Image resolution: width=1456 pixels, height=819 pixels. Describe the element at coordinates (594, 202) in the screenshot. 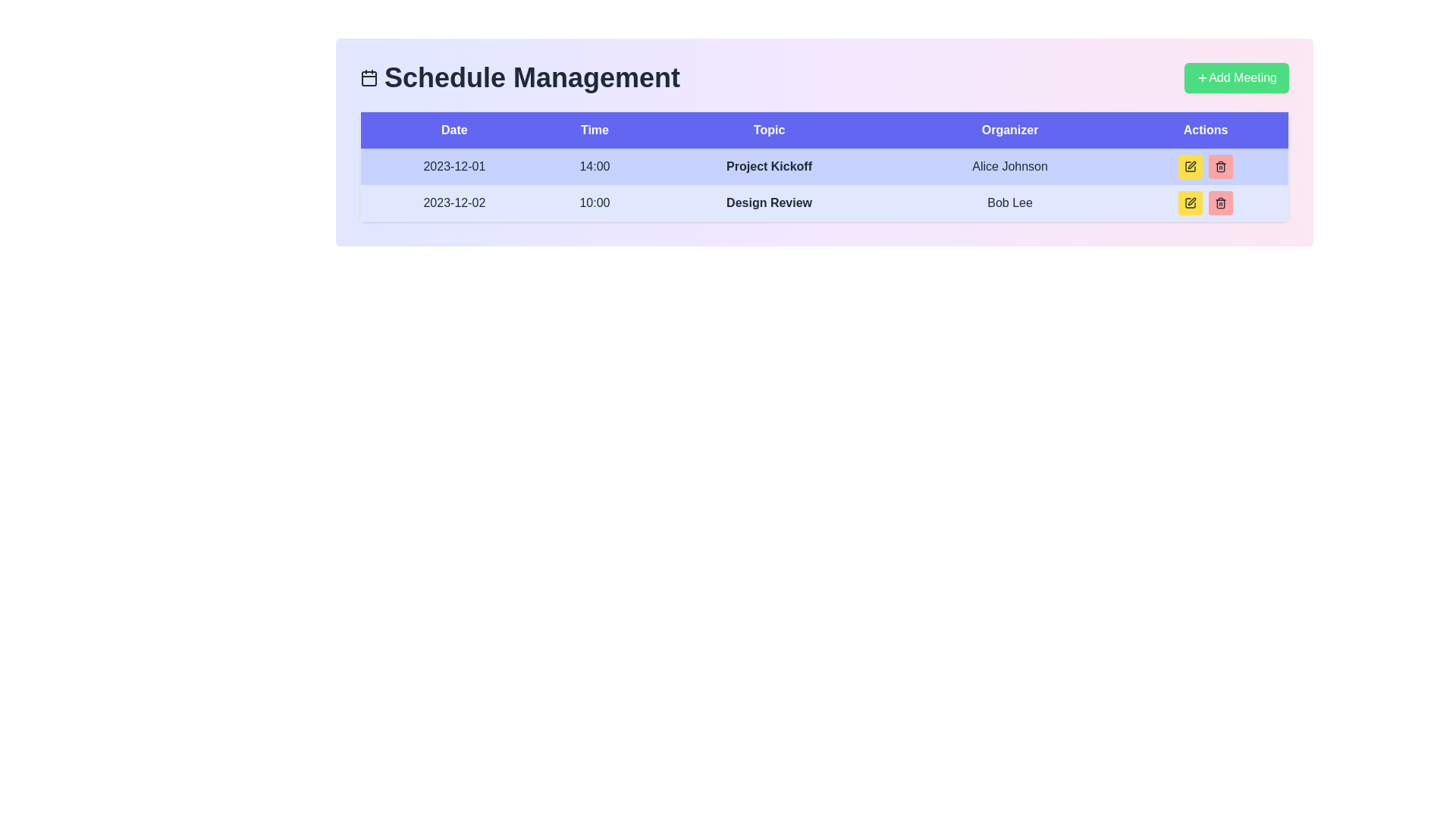

I see `the text label displaying '10:00' in dark font on a light blue background, located in the second row under the 'Time' column of the table` at that location.